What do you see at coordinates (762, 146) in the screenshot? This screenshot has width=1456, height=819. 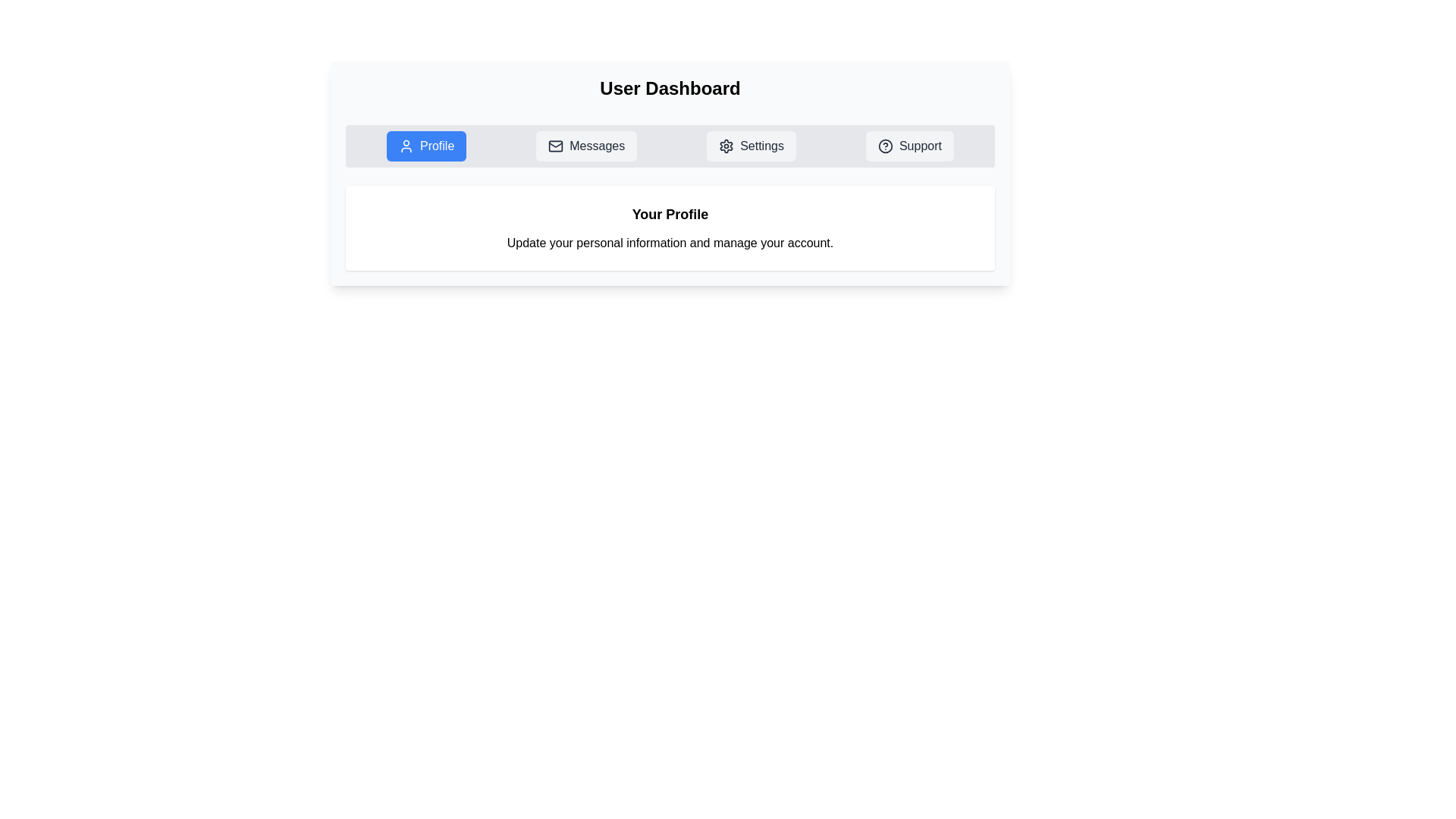 I see `the text label 'Settings' within the button component, which indicates navigation to the settings page` at bounding box center [762, 146].